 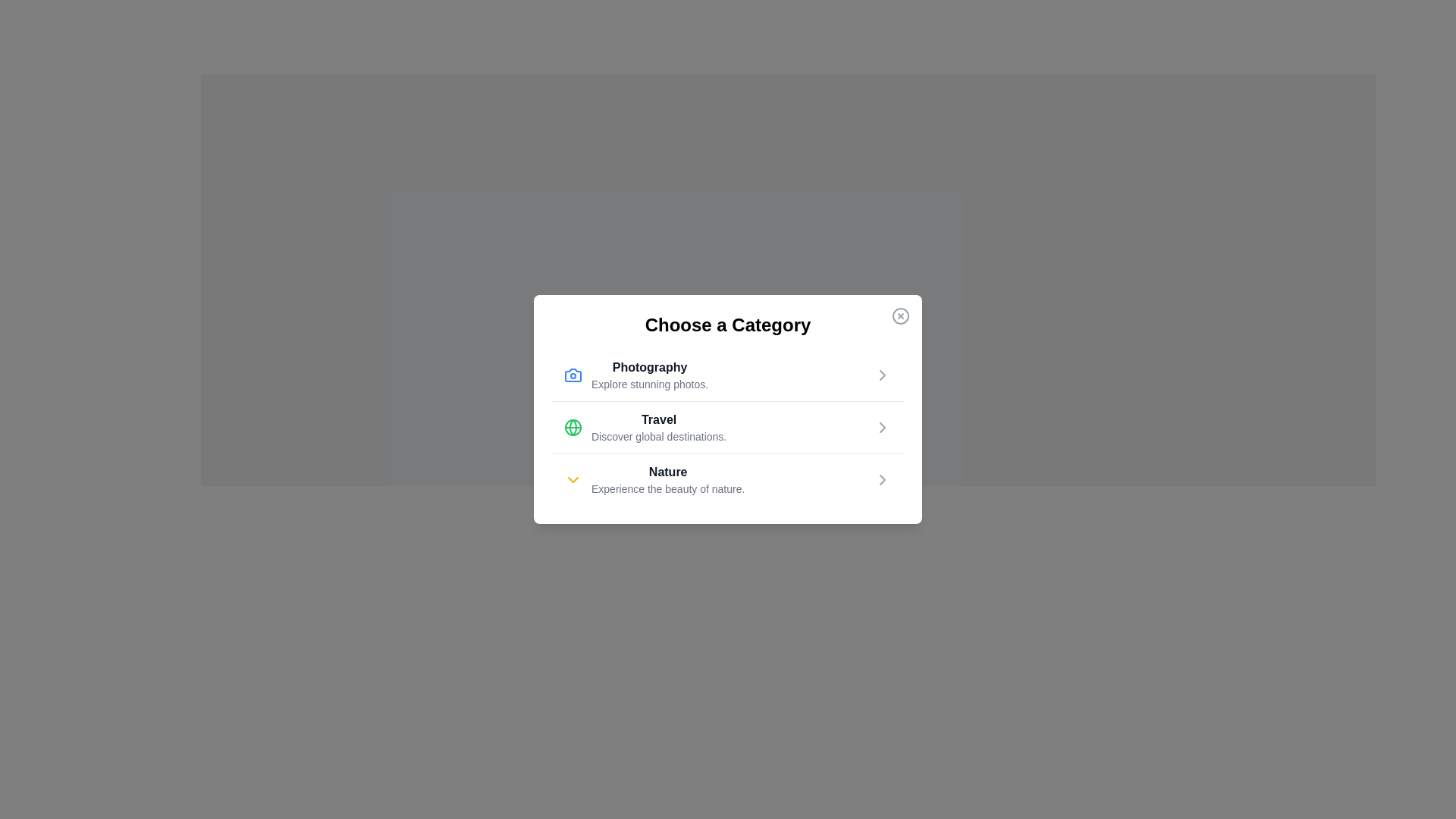 I want to click on the chevron icon located in the rightmost part of the row labeled 'Travel, Discover global destinations.', so click(x=882, y=427).